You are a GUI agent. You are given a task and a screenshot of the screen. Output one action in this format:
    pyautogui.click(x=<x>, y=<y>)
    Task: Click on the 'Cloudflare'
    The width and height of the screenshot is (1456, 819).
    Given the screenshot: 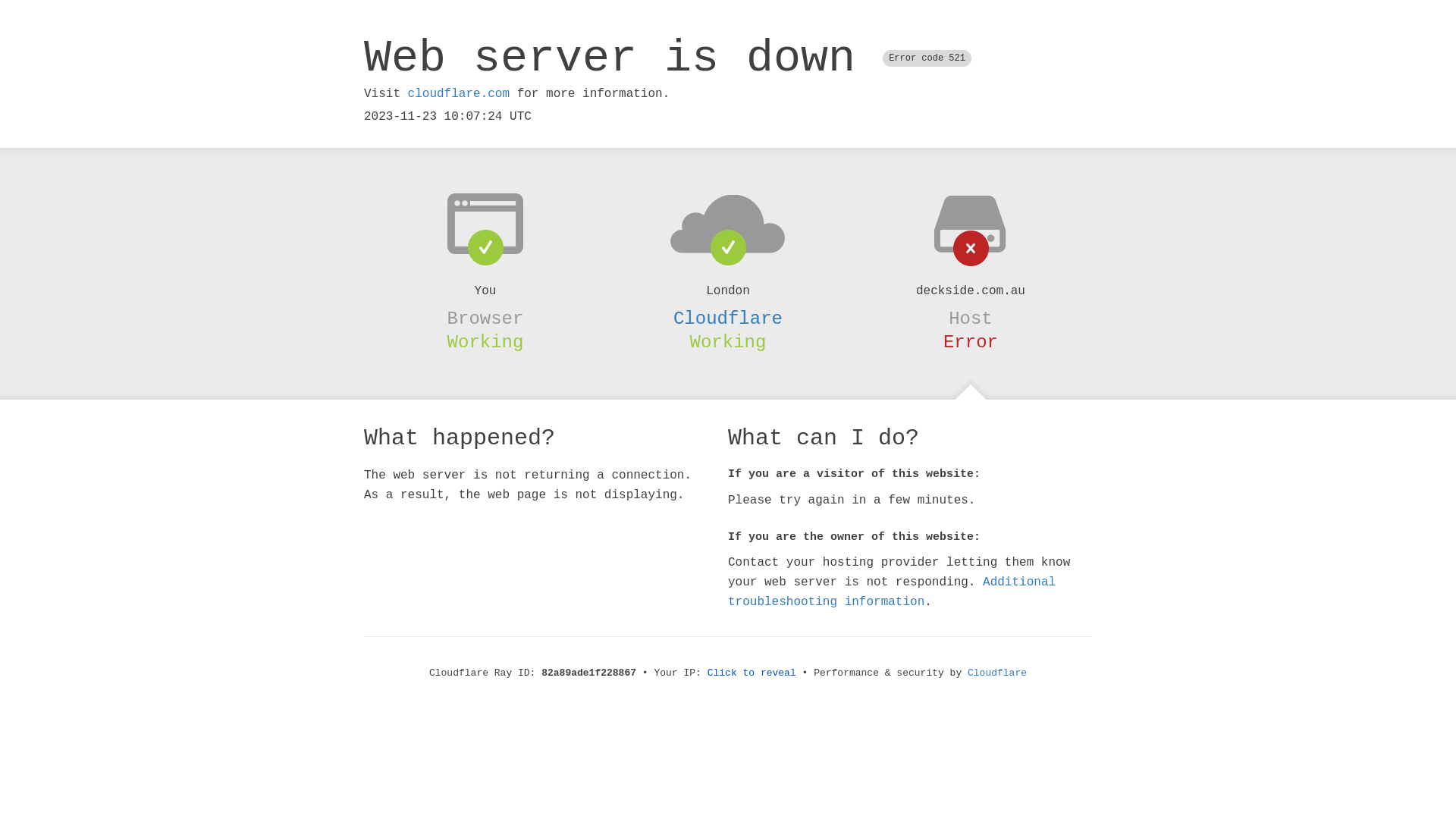 What is the action you would take?
    pyautogui.click(x=967, y=672)
    